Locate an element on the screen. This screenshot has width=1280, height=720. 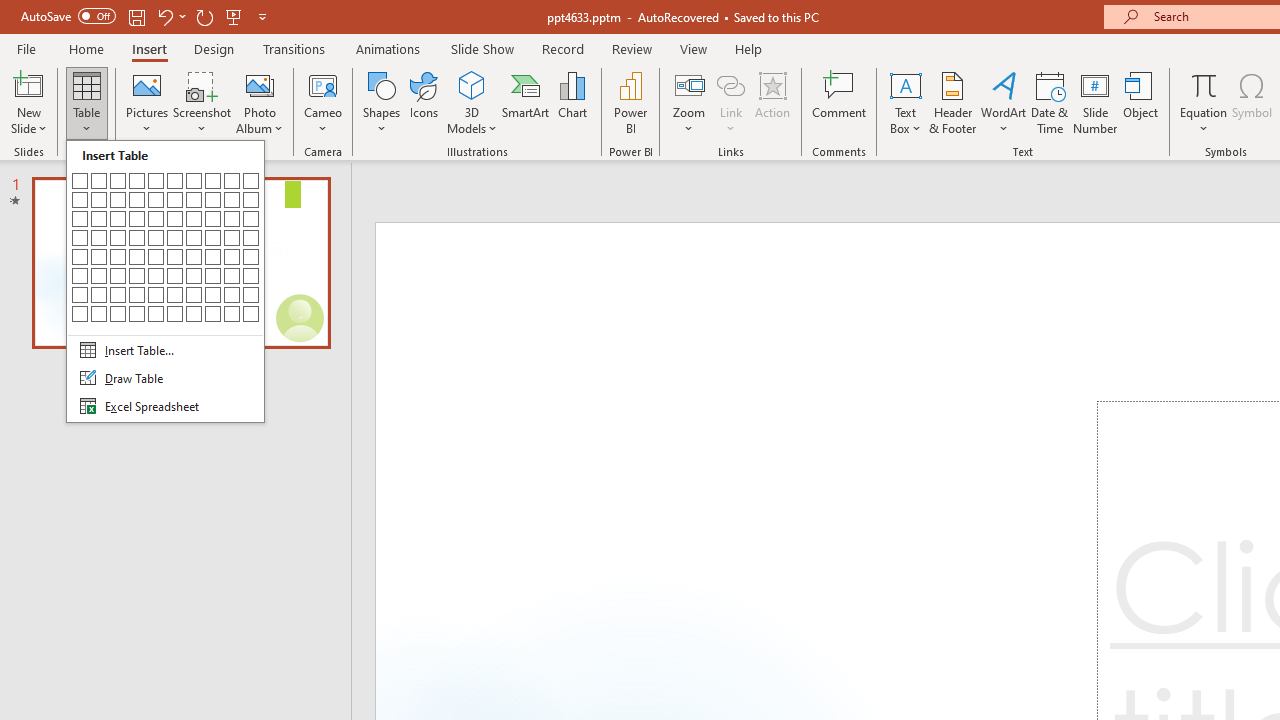
'Date & Time...' is located at coordinates (1049, 103).